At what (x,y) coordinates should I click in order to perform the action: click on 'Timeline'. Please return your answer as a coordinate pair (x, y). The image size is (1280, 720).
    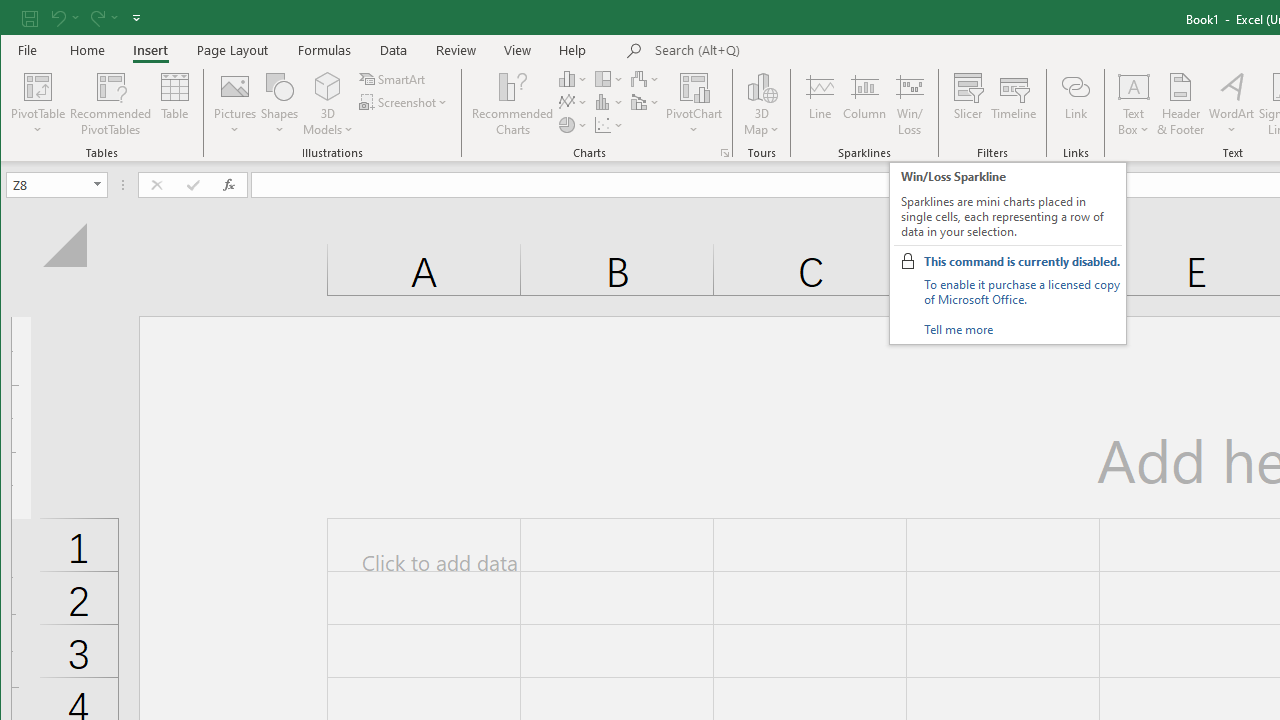
    Looking at the image, I should click on (1014, 104).